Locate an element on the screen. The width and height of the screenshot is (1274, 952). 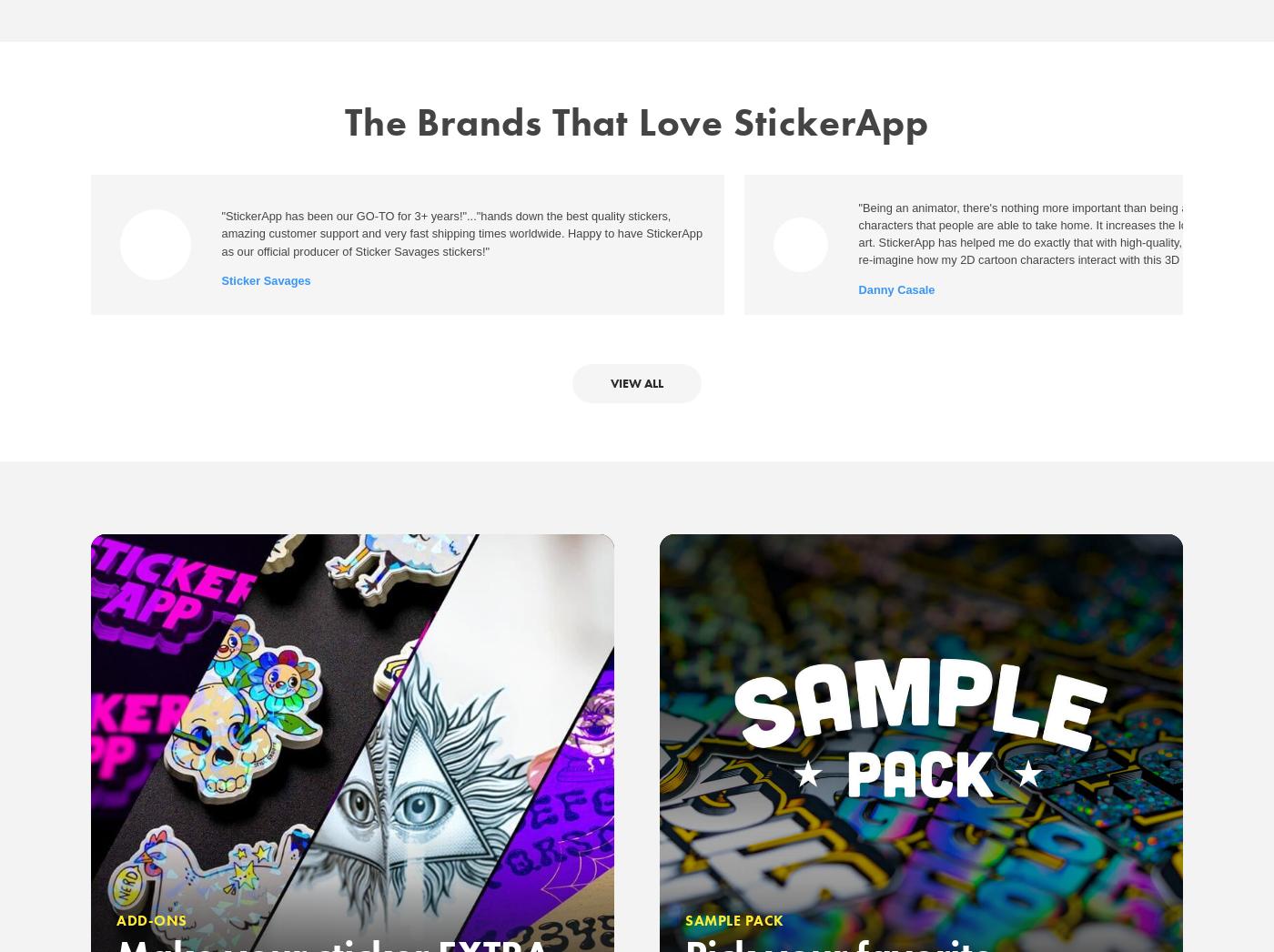
'Cookie Policy' is located at coordinates (774, 370).